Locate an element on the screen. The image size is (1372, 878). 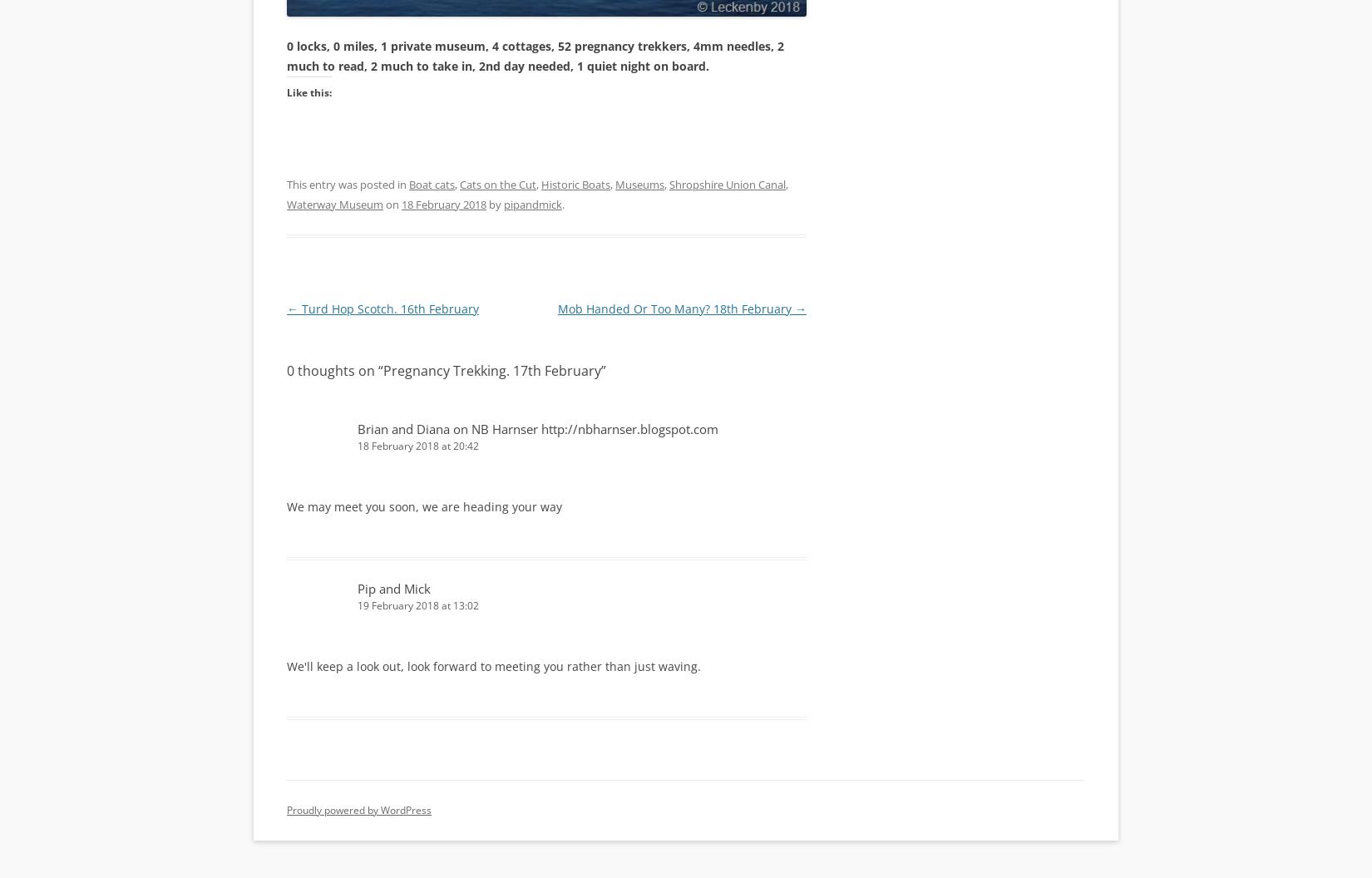
'Proudly powered by WordPress' is located at coordinates (358, 809).